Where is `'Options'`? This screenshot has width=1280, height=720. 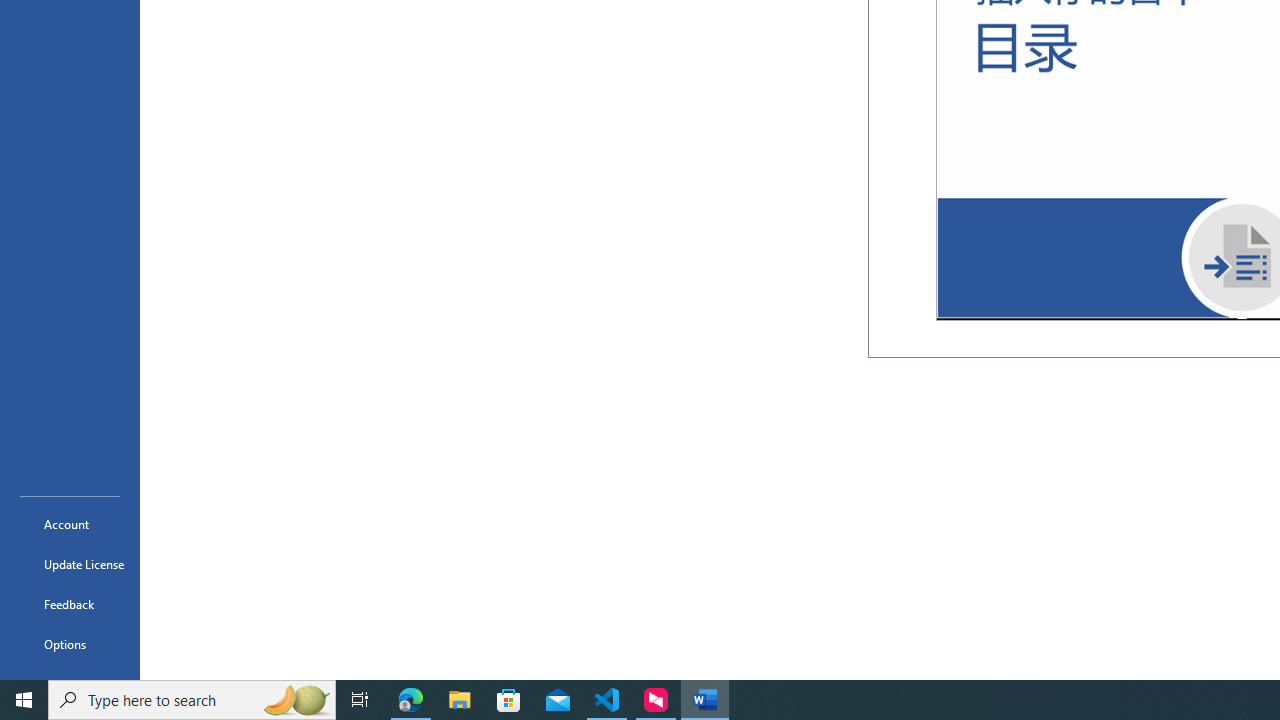
'Options' is located at coordinates (69, 644).